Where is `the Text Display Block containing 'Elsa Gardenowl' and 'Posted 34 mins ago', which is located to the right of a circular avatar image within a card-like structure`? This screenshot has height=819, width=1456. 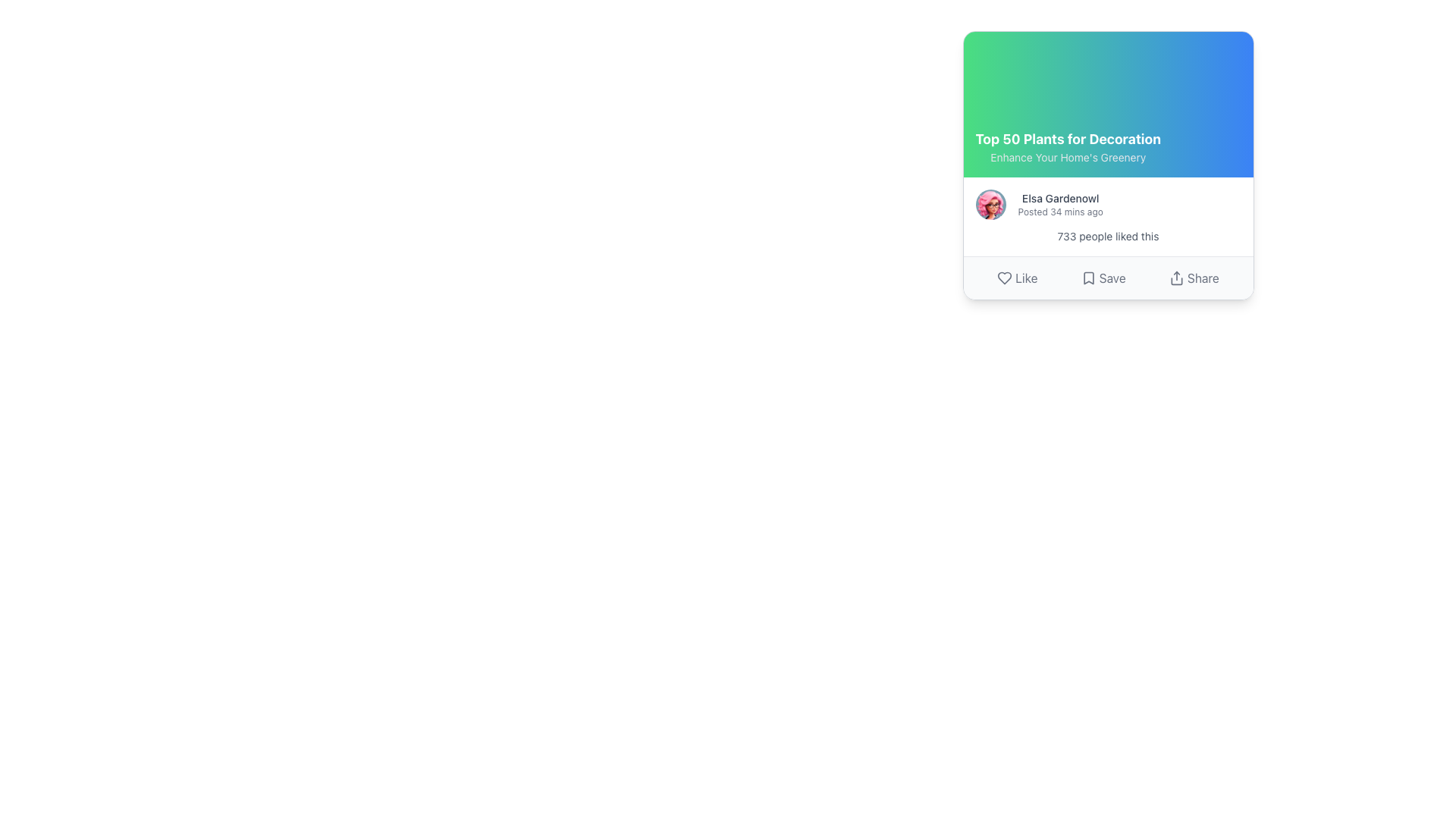 the Text Display Block containing 'Elsa Gardenowl' and 'Posted 34 mins ago', which is located to the right of a circular avatar image within a card-like structure is located at coordinates (1059, 205).